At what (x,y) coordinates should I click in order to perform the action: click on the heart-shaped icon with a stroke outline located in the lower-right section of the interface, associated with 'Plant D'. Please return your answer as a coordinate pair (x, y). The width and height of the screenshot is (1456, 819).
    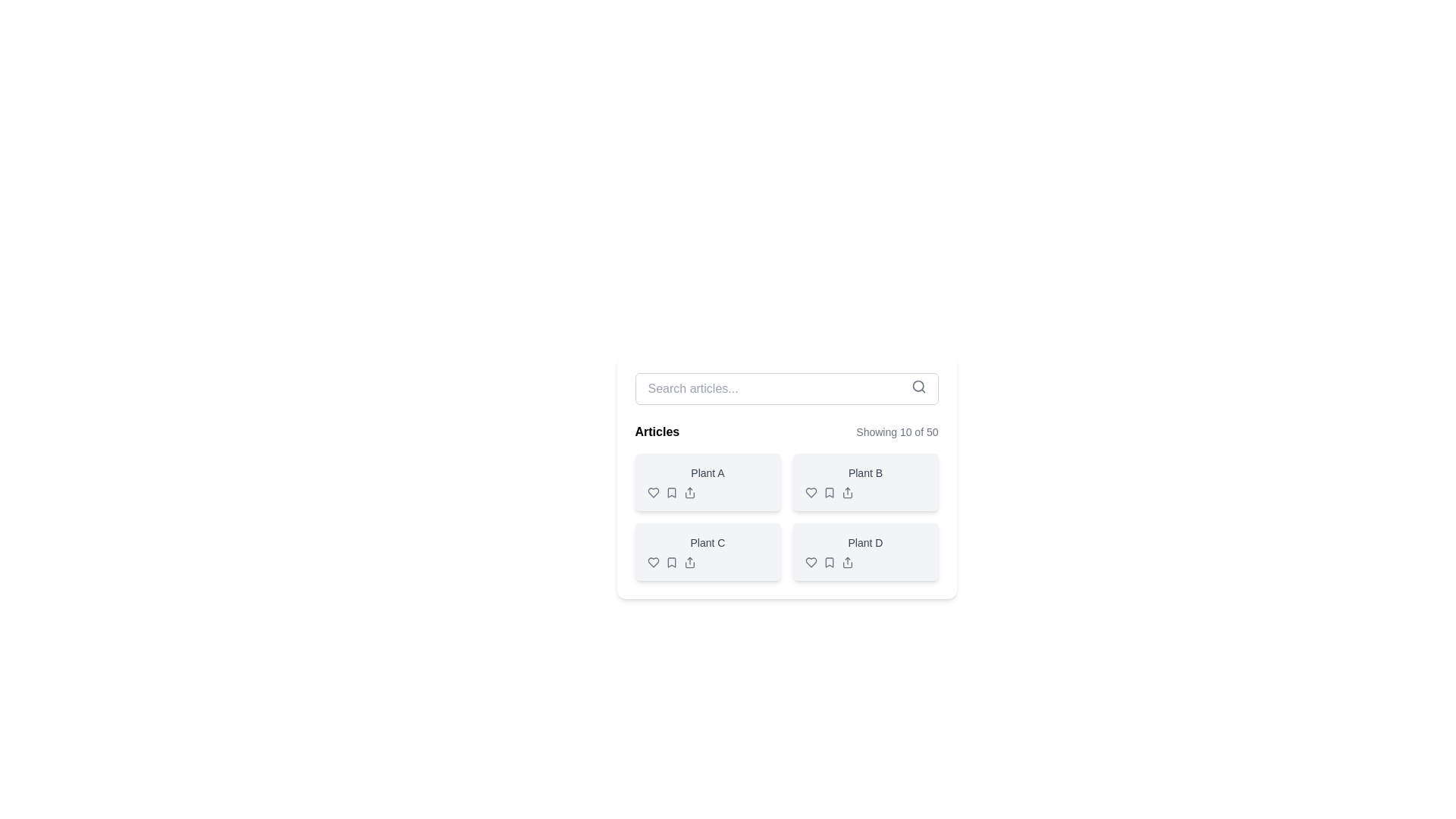
    Looking at the image, I should click on (810, 562).